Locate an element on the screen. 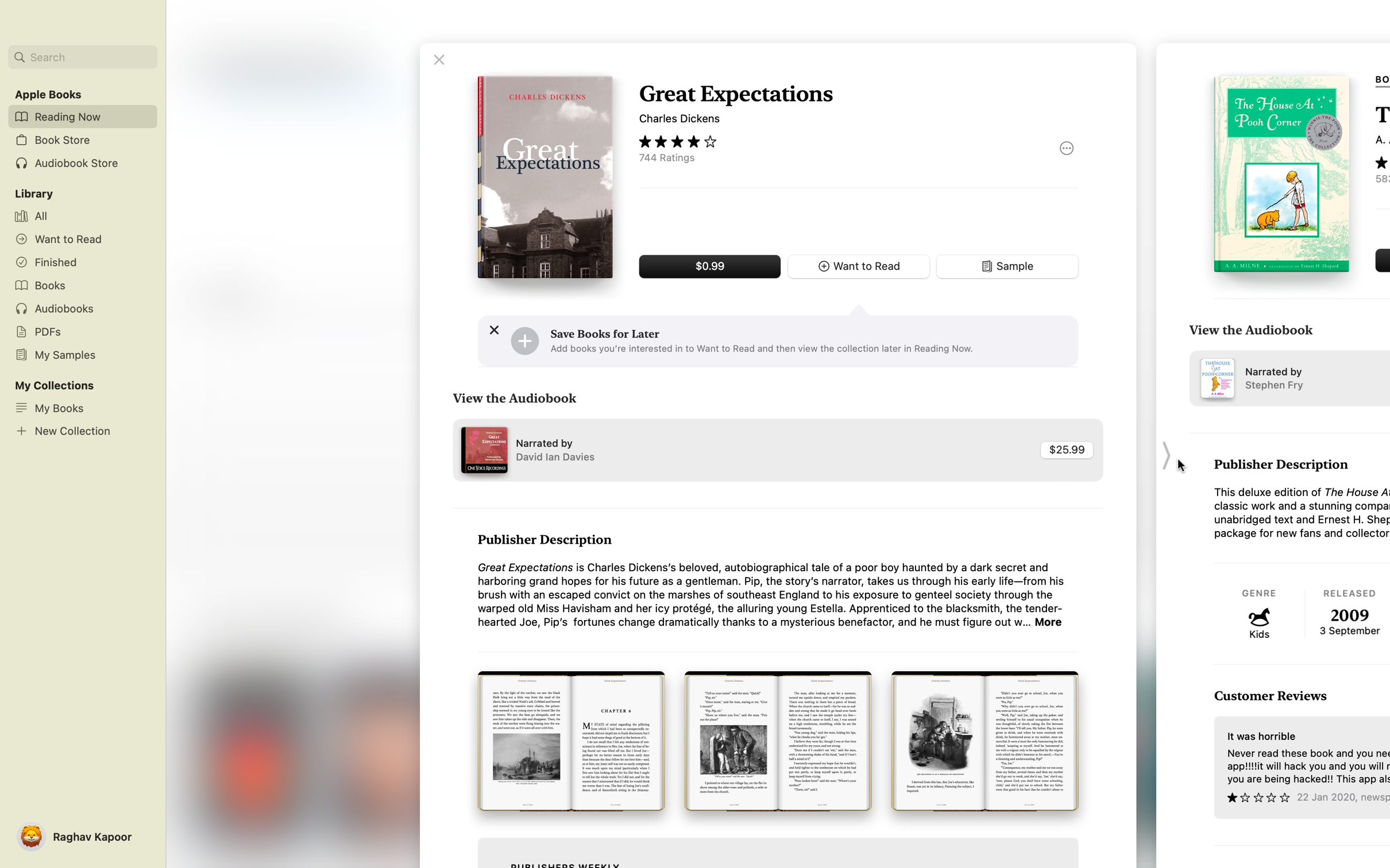 Image resolution: width=1390 pixels, height=868 pixels. Scroll down to view user reviews about the book is located at coordinates (2613200, 958272).